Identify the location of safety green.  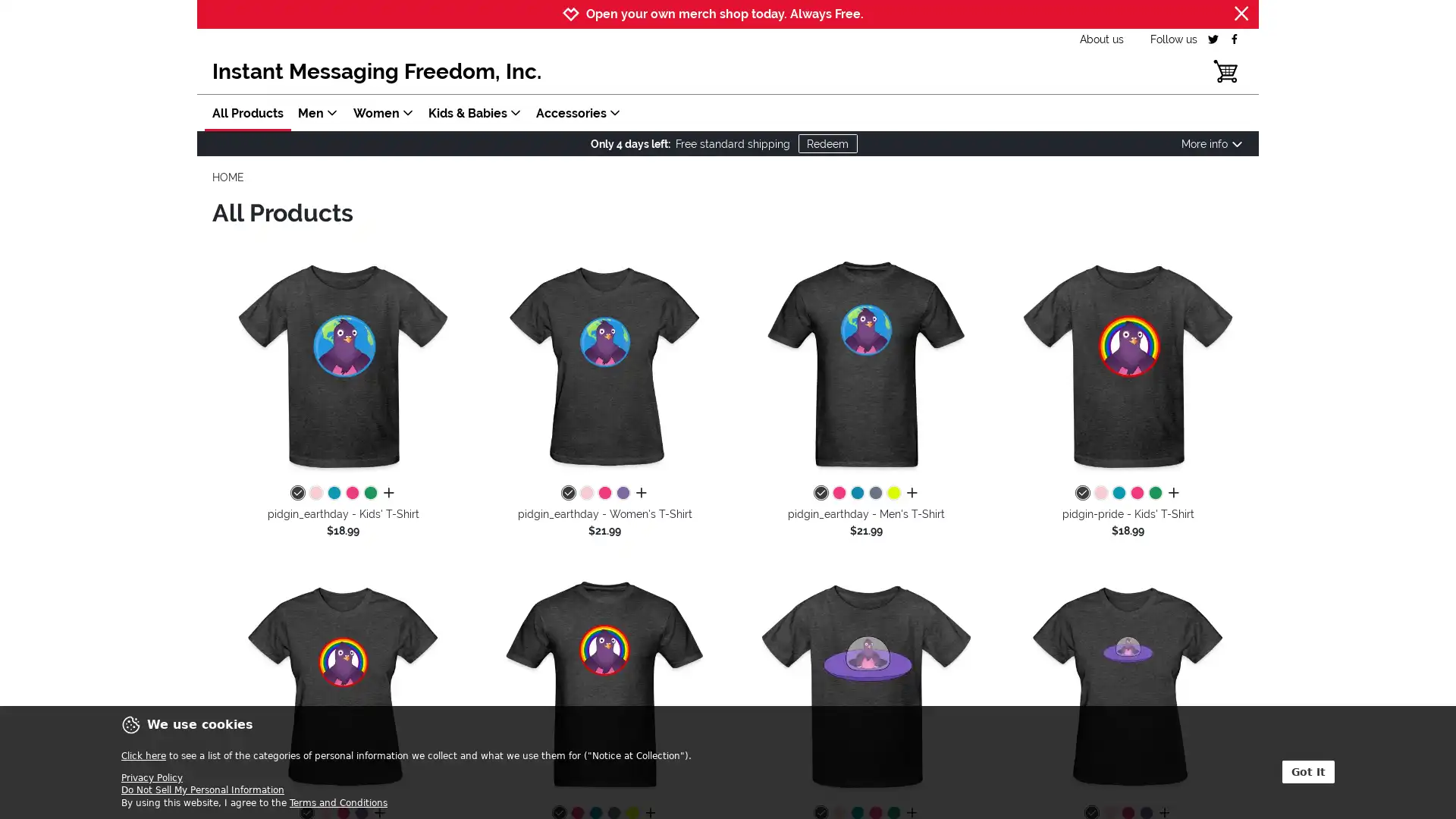
(893, 494).